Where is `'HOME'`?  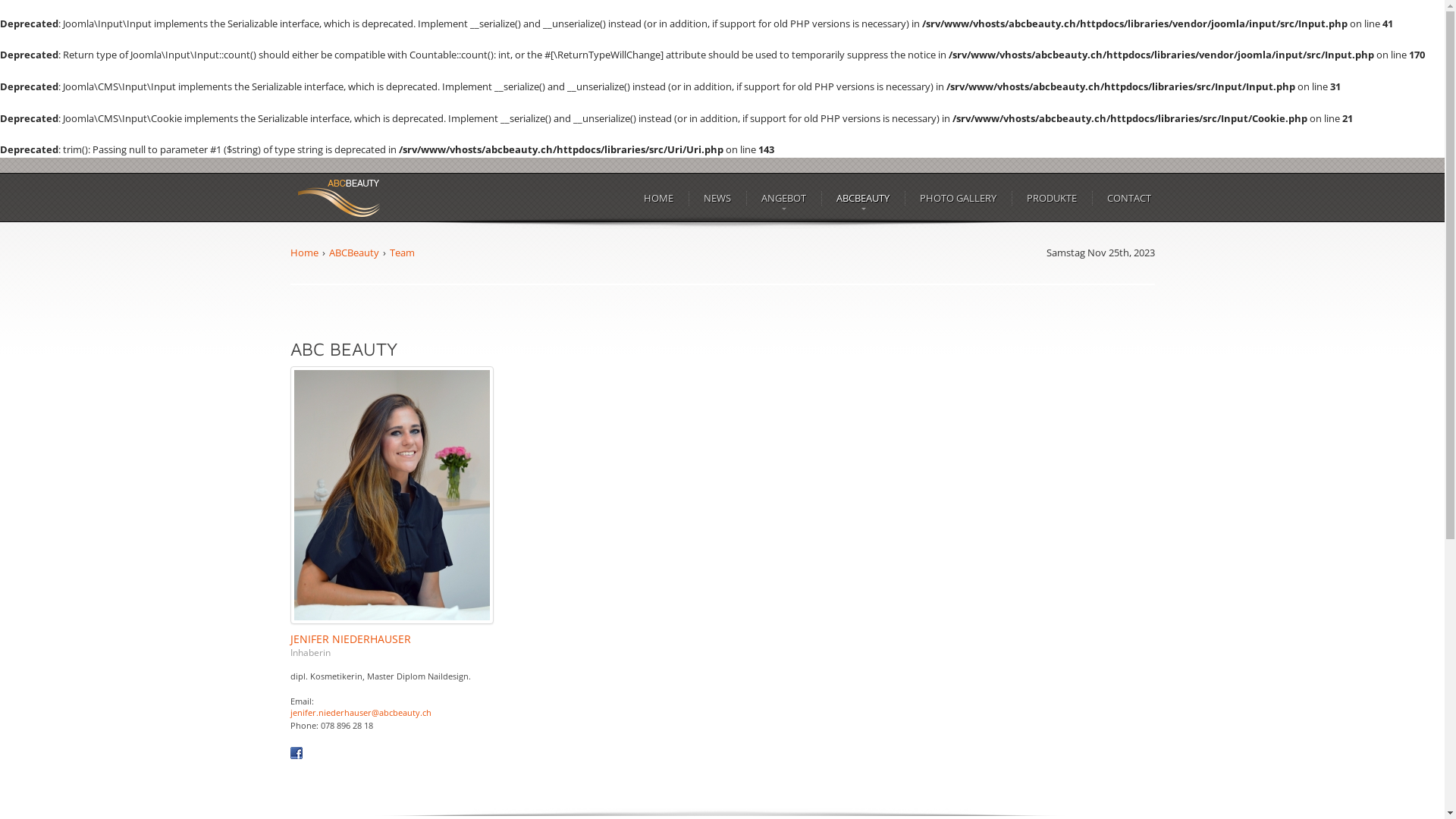
'HOME' is located at coordinates (658, 197).